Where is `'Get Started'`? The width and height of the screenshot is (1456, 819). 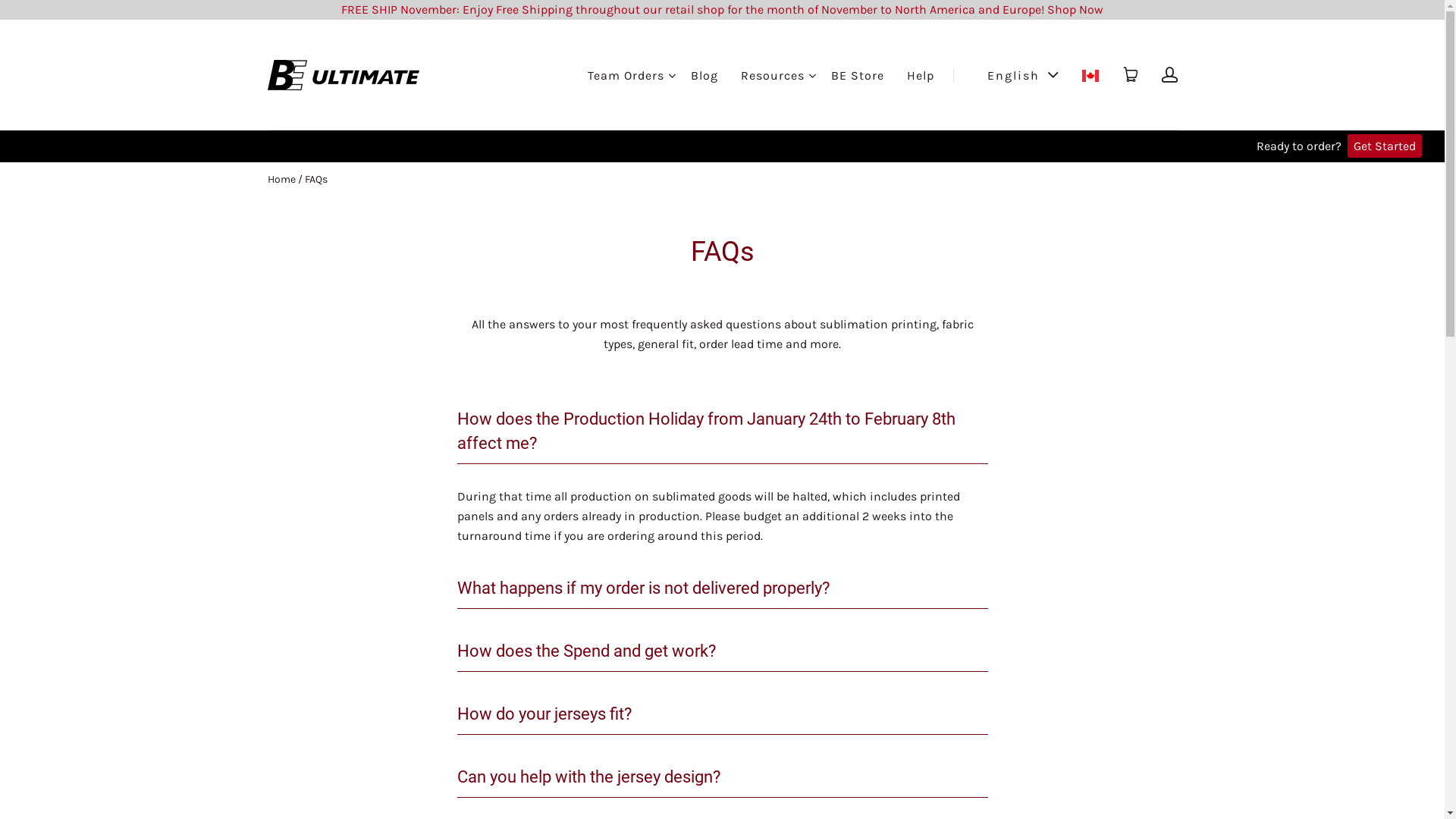 'Get Started' is located at coordinates (1384, 146).